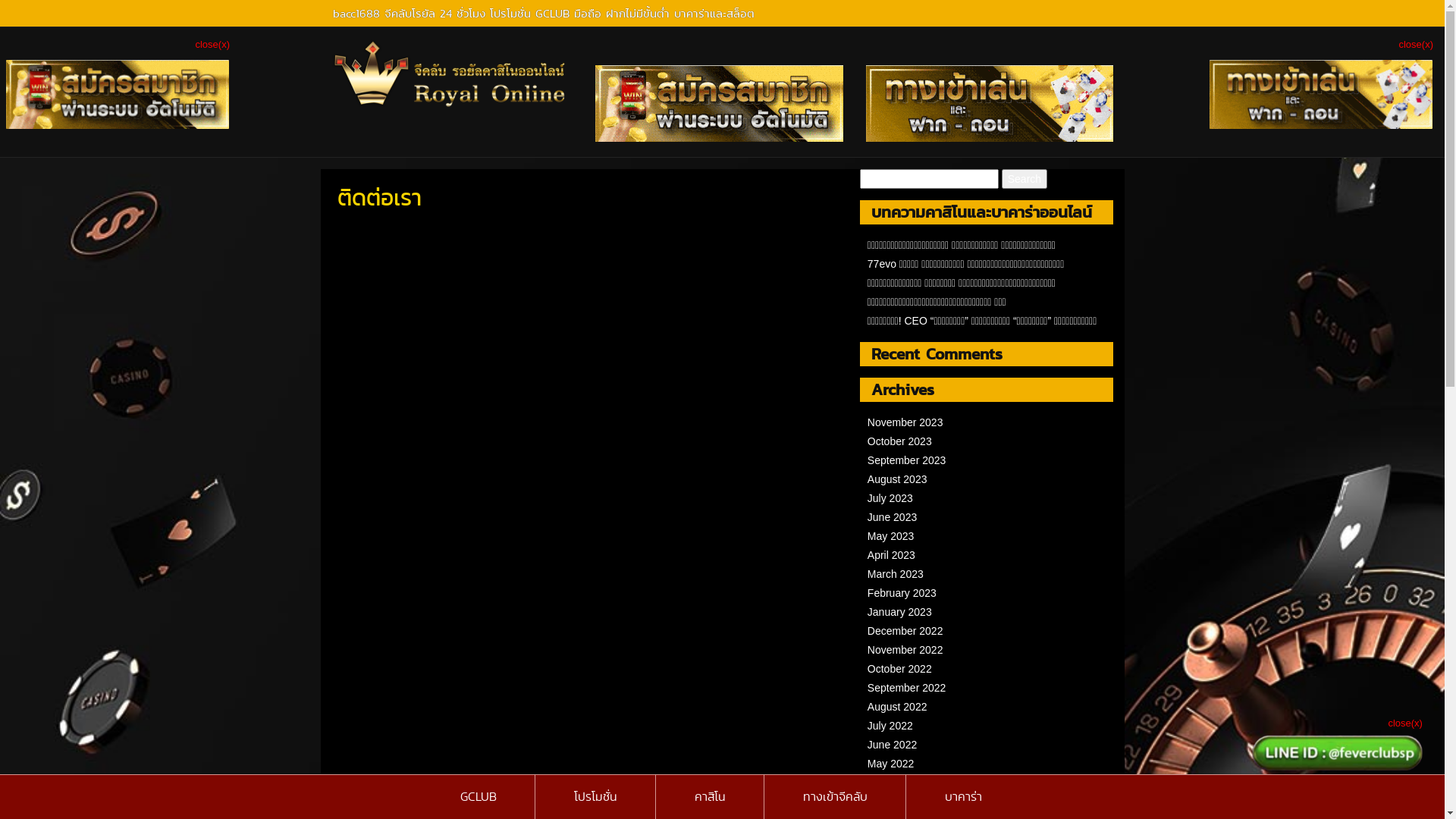 This screenshot has height=819, width=1456. I want to click on 'April 2023', so click(891, 555).